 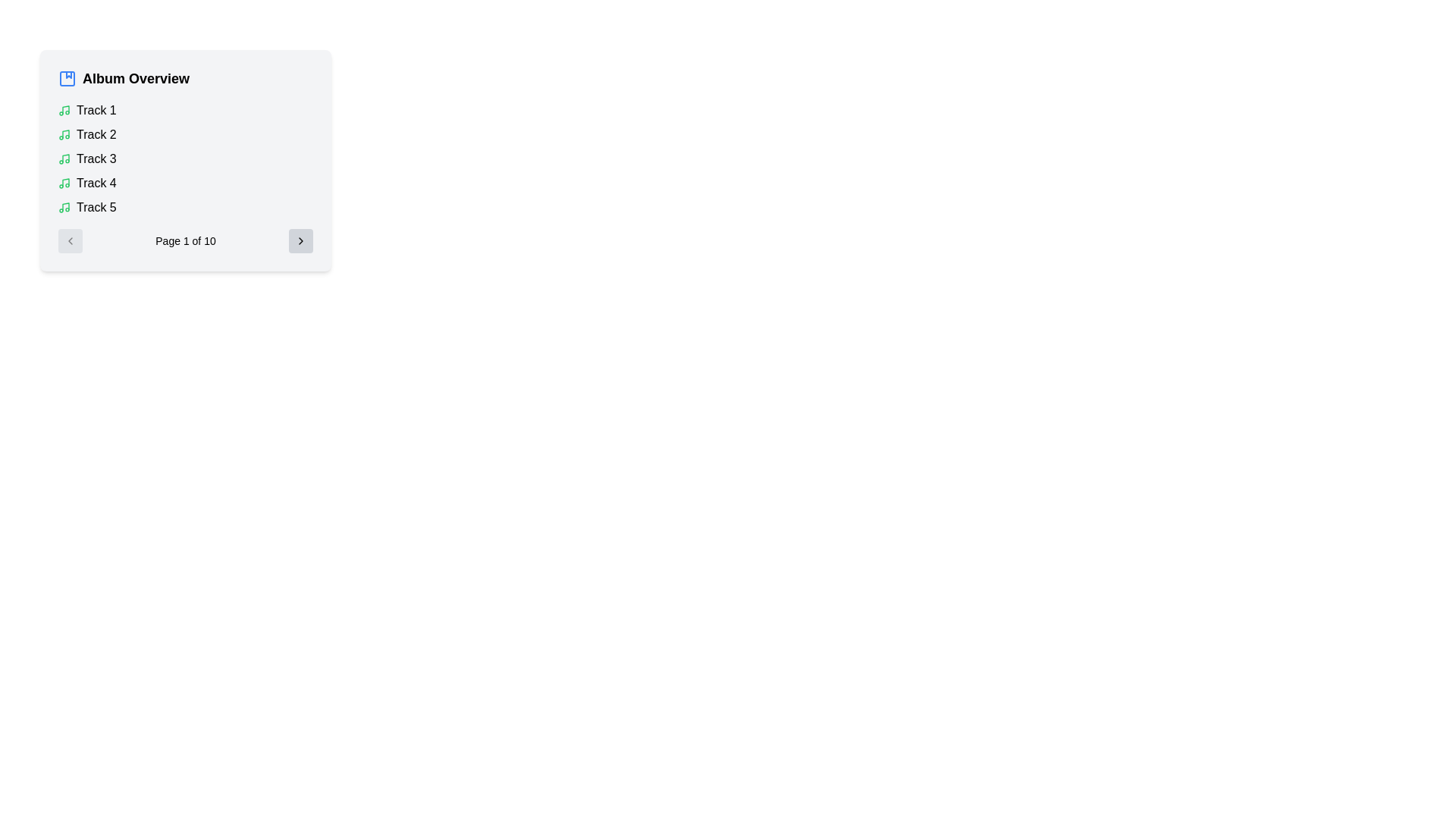 What do you see at coordinates (67, 79) in the screenshot?
I see `the album icon located on the leftmost side of the title section labeled 'Album Overview'` at bounding box center [67, 79].